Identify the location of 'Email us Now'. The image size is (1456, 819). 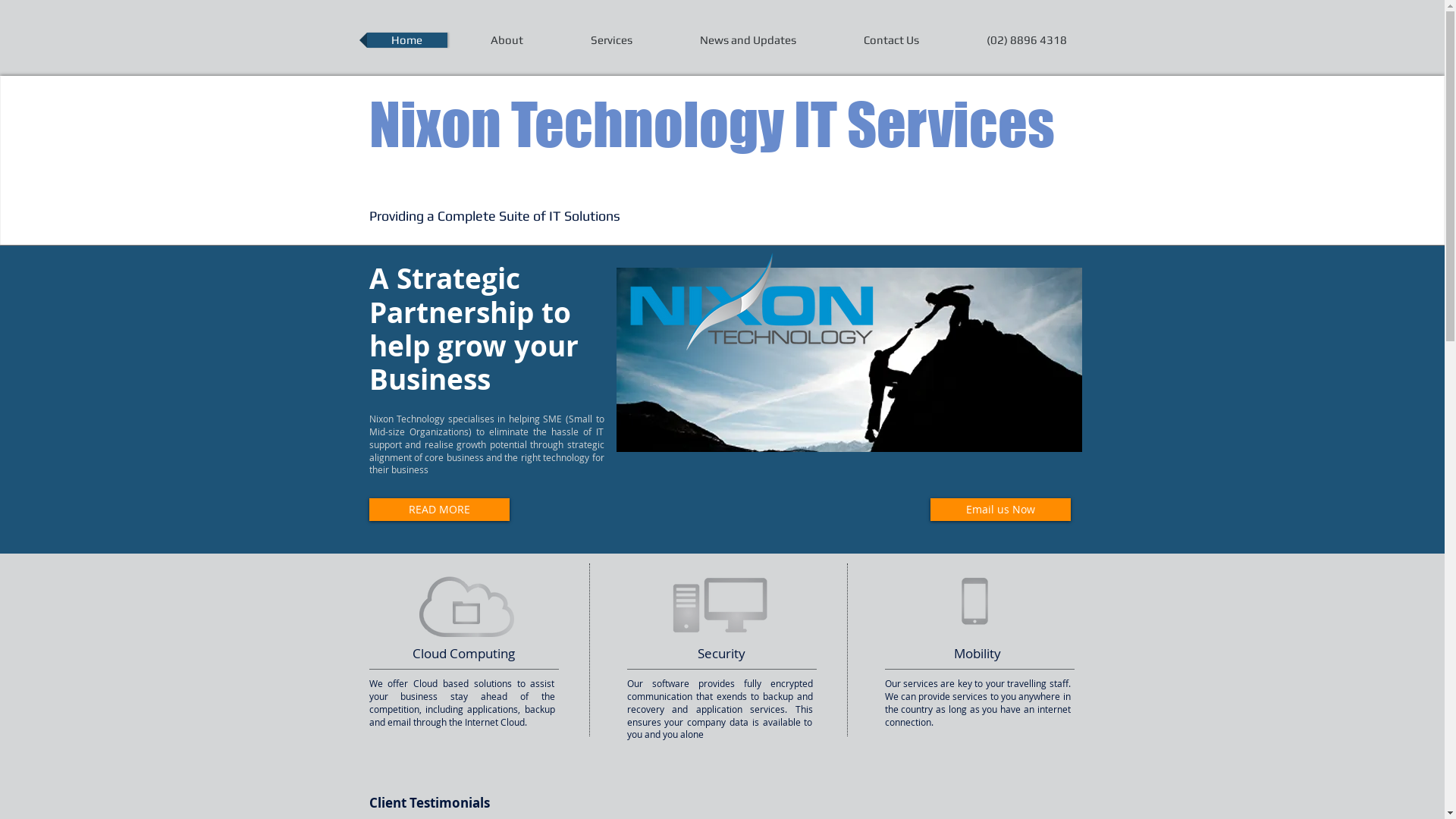
(999, 509).